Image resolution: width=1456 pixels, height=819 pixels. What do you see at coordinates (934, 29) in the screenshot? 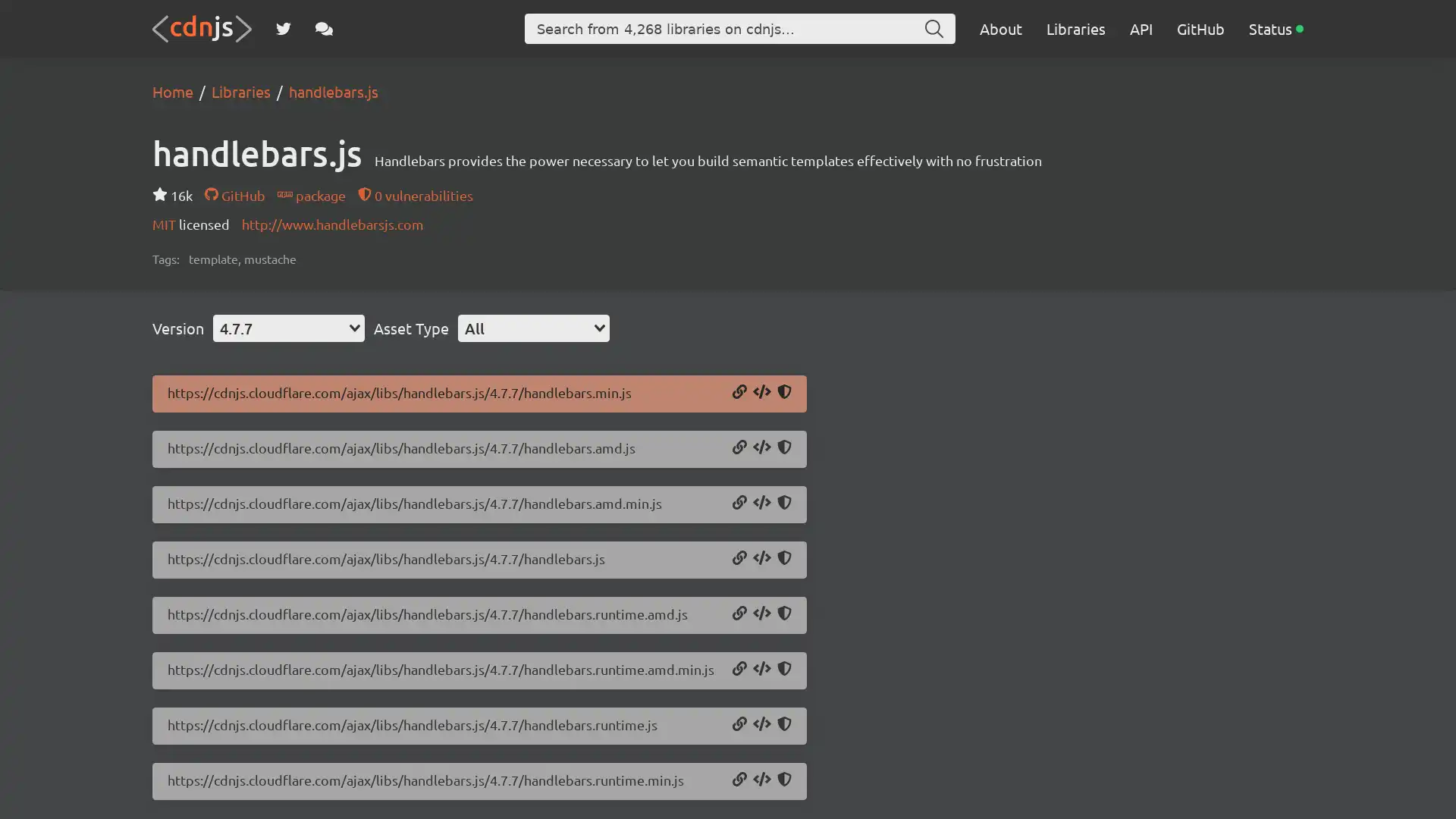
I see `Search` at bounding box center [934, 29].